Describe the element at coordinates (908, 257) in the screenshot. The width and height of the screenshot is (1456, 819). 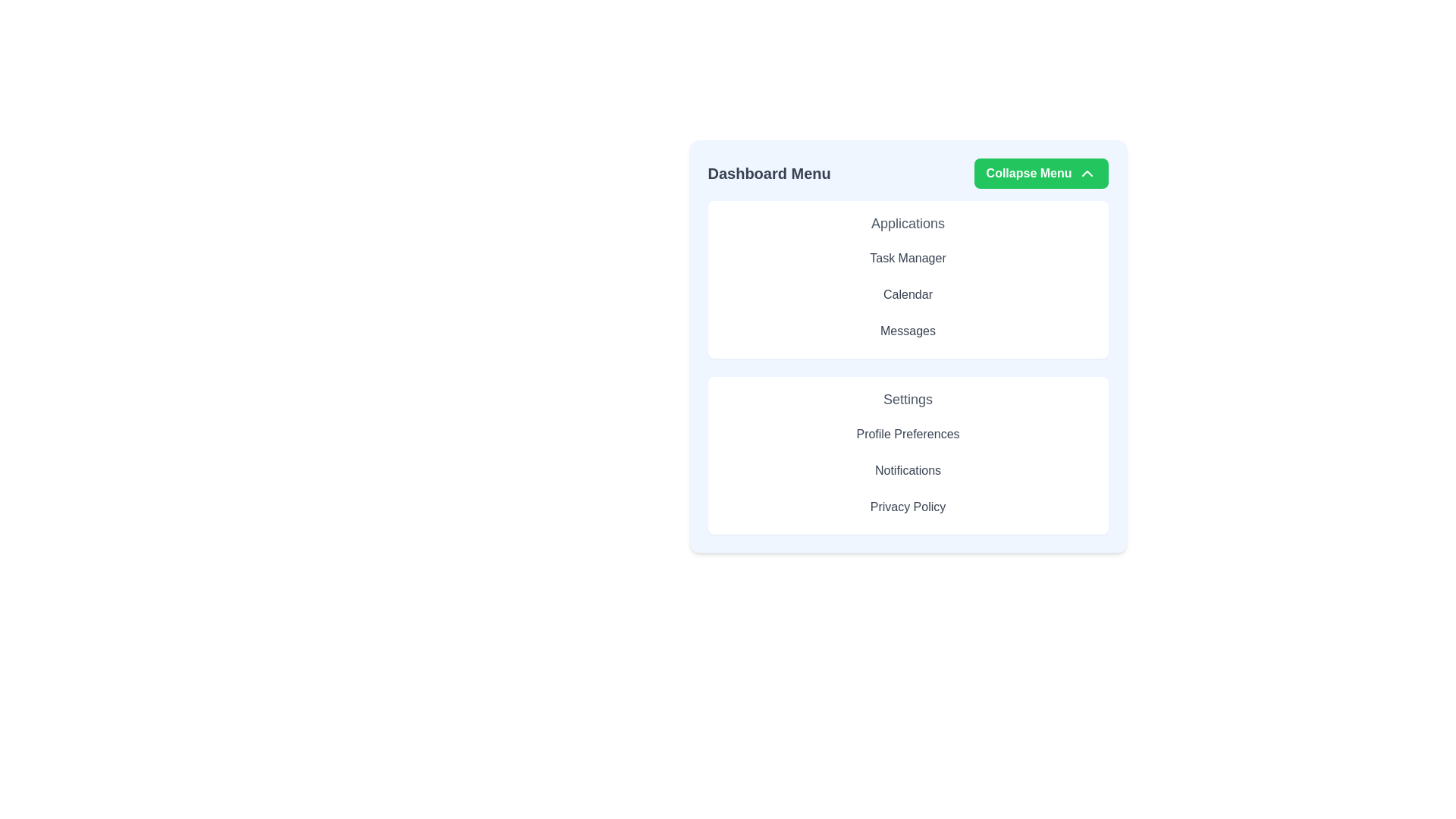
I see `the 'Task Manager' menu item` at that location.